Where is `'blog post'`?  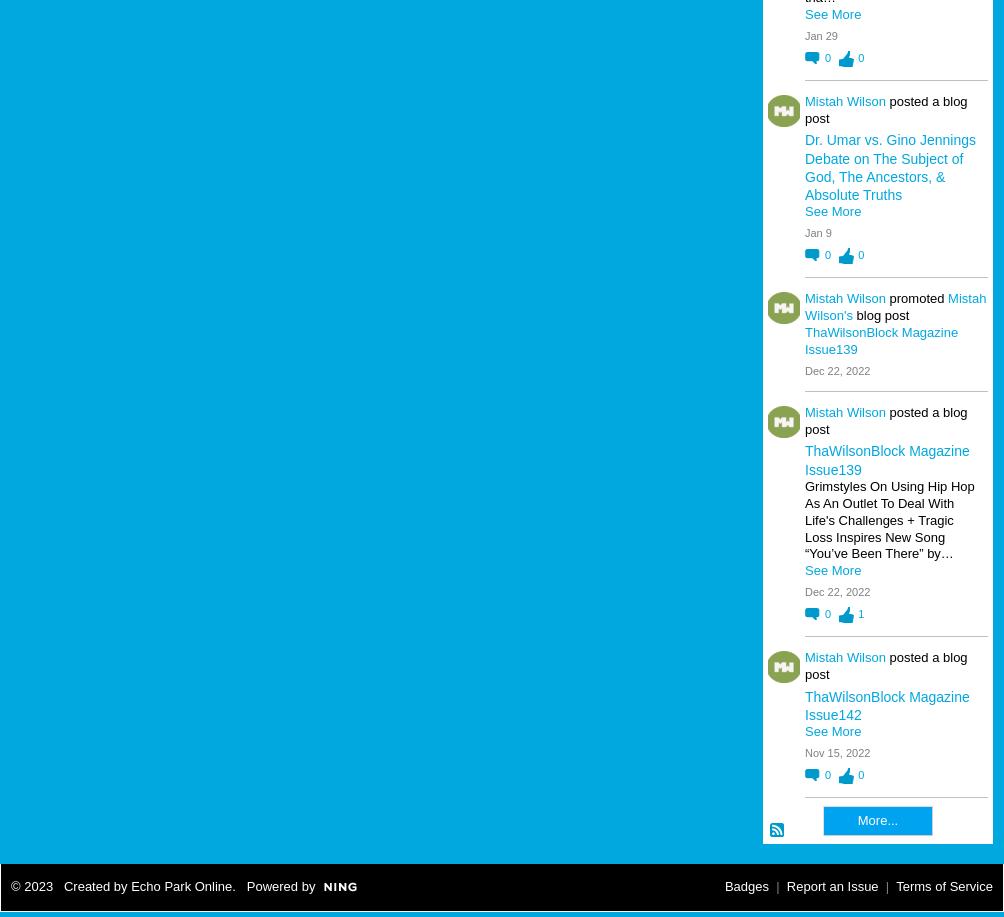 'blog post' is located at coordinates (852, 314).